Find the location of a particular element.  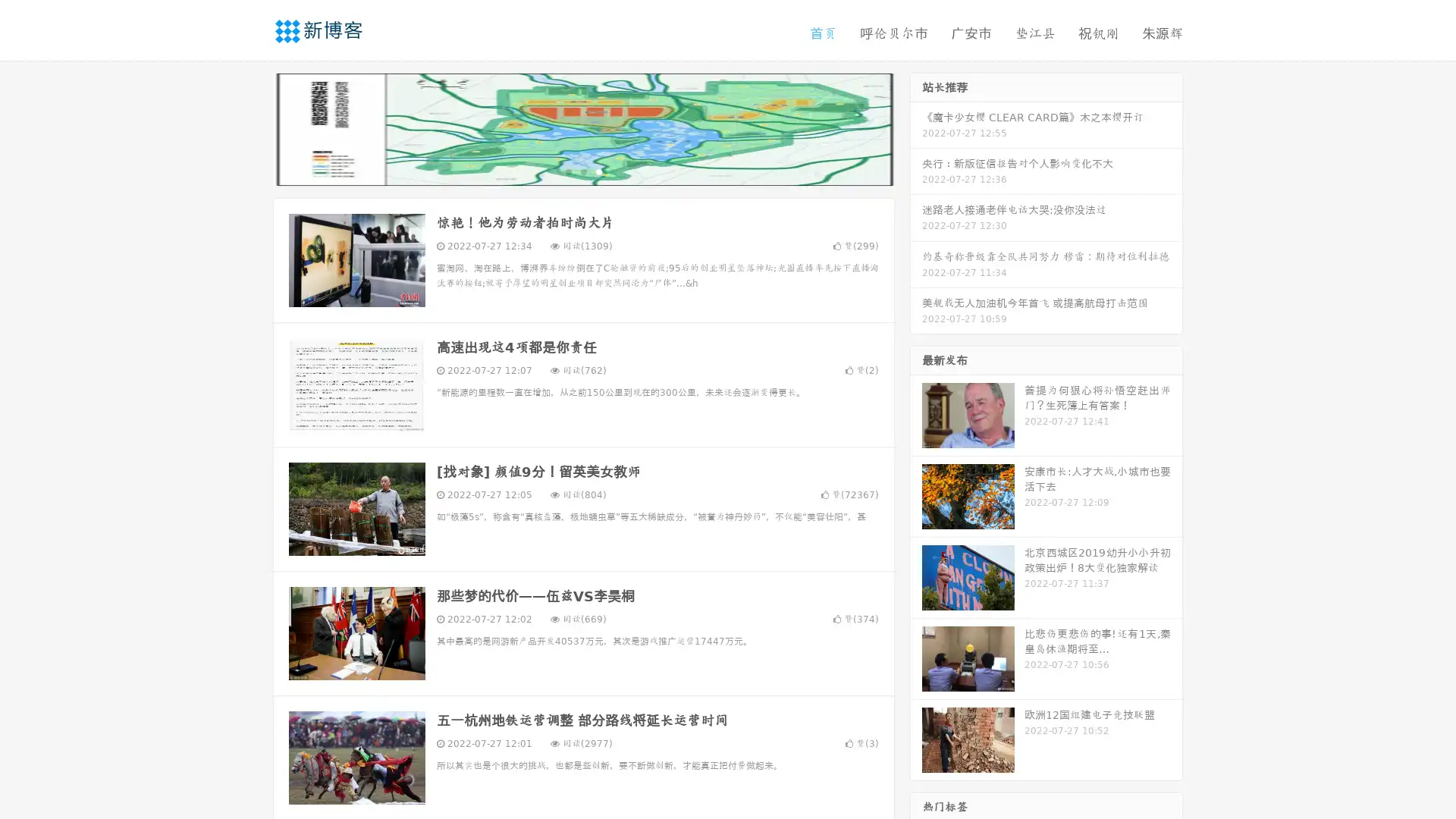

Go to slide 2 is located at coordinates (582, 171).